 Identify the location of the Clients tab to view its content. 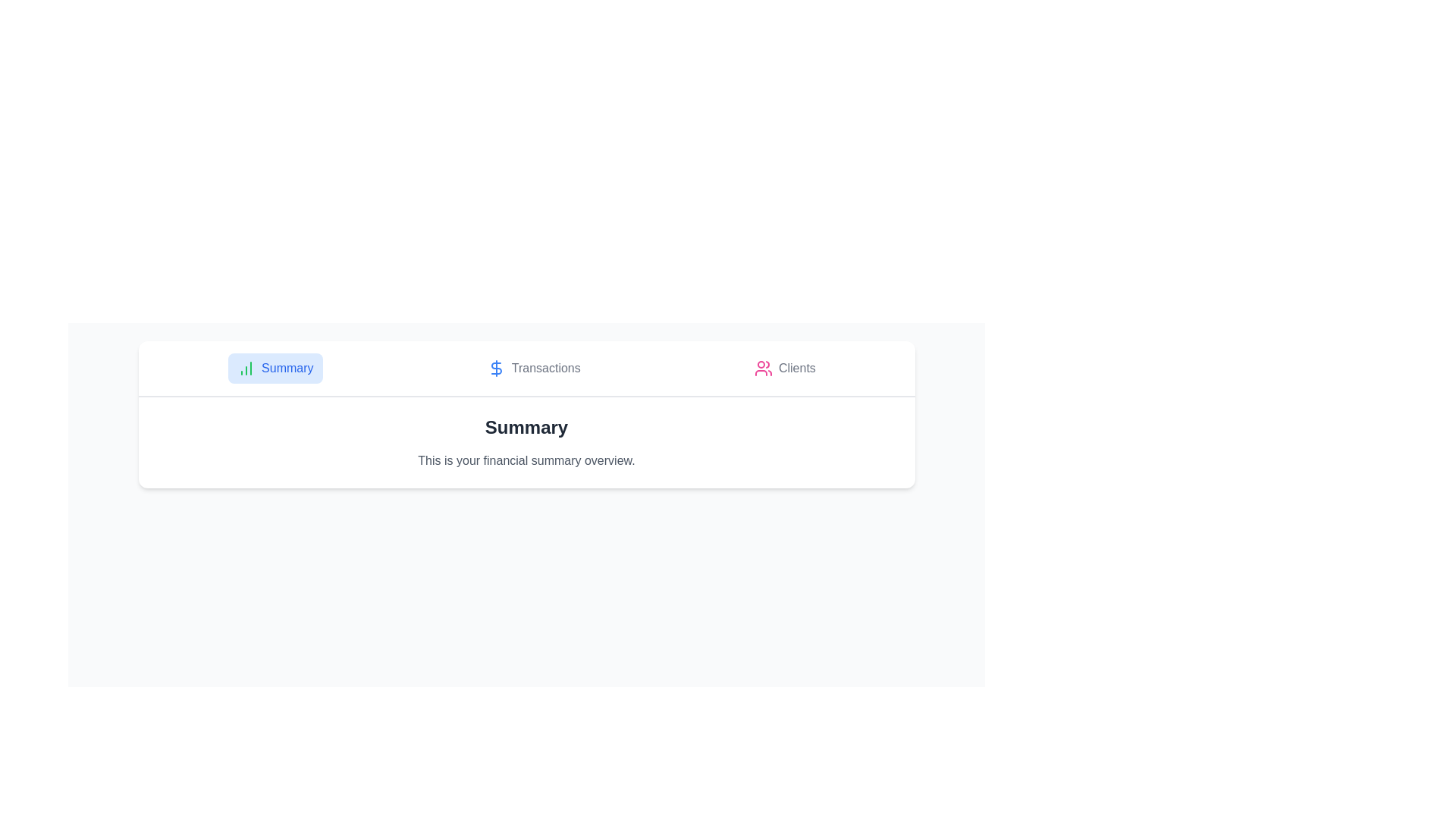
(785, 369).